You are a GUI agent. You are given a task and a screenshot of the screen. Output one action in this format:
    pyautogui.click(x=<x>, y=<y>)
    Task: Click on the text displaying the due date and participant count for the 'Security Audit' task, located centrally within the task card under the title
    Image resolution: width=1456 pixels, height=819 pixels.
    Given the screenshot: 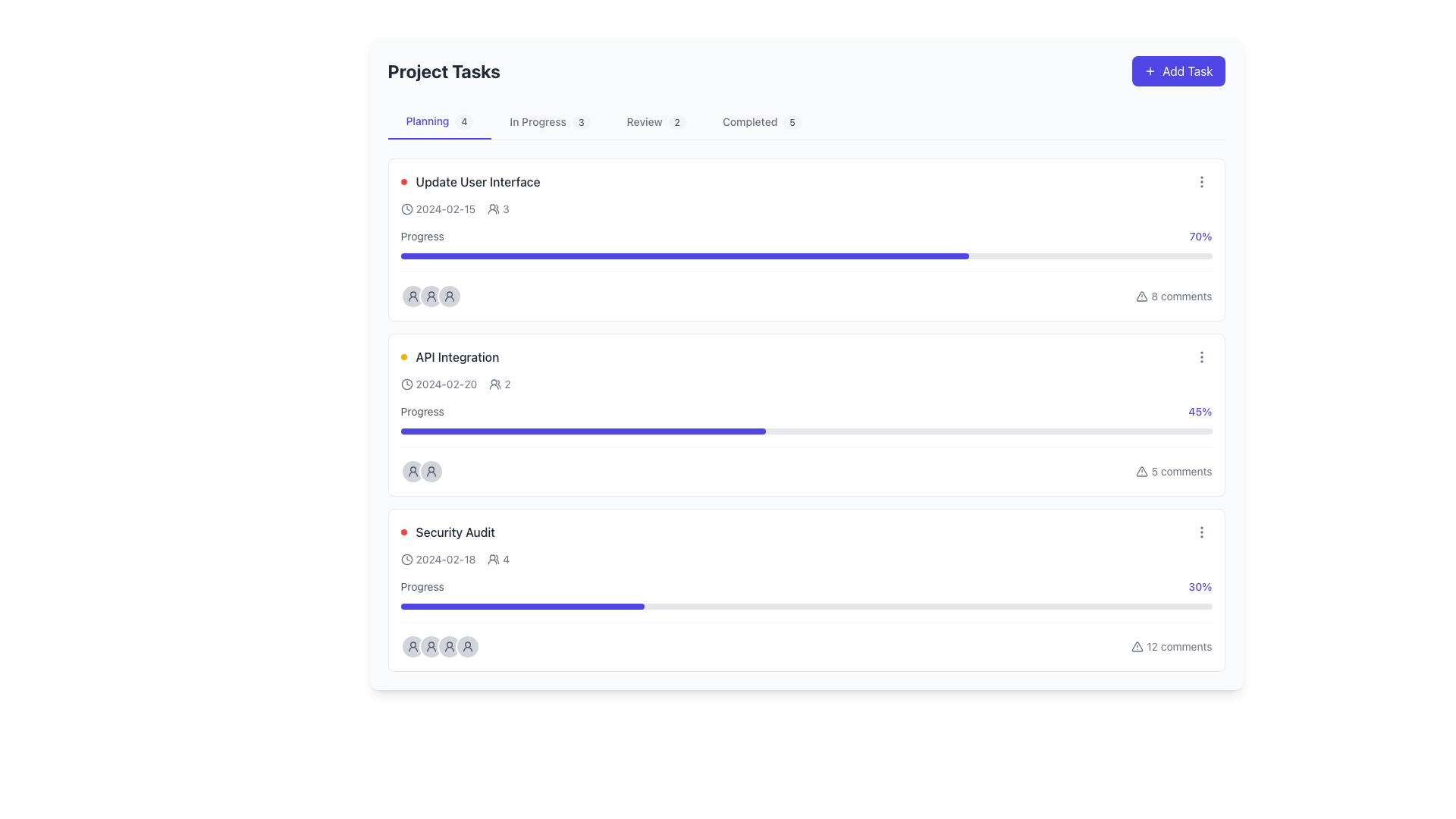 What is the action you would take?
    pyautogui.click(x=454, y=559)
    